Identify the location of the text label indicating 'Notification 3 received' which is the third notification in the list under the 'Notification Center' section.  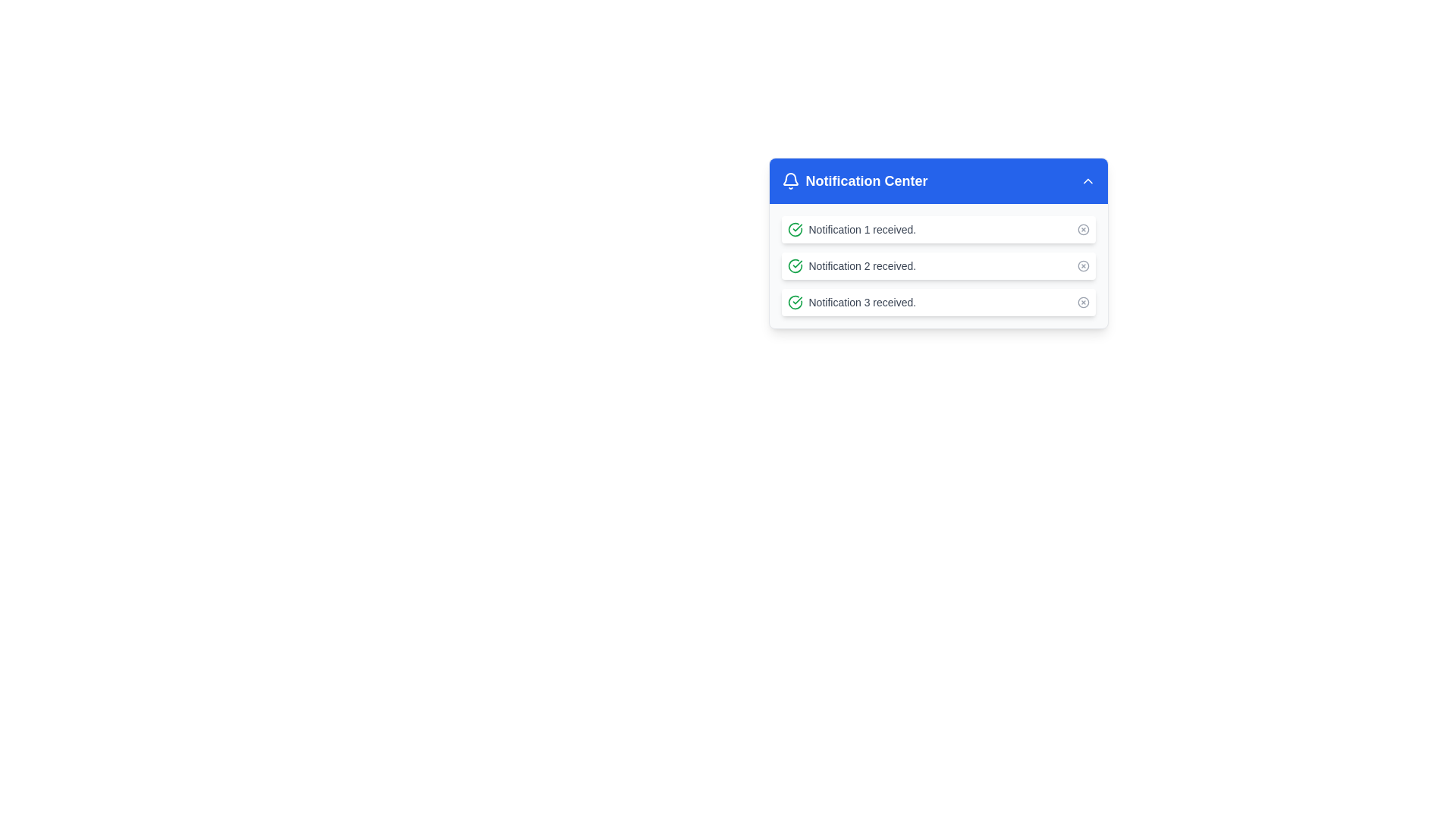
(862, 302).